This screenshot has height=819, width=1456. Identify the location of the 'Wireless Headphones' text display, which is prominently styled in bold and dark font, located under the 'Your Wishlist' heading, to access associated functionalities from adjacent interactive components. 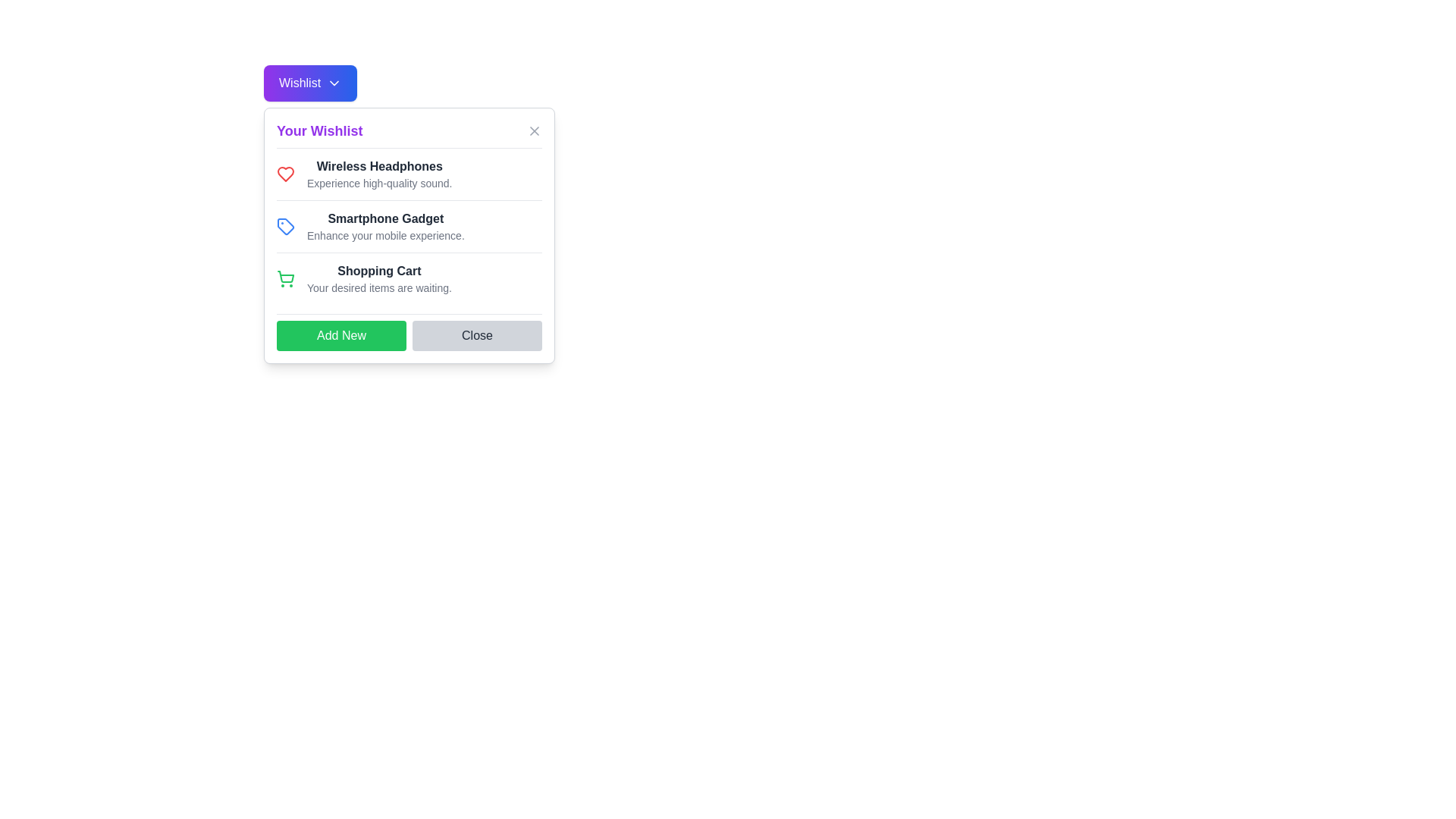
(379, 174).